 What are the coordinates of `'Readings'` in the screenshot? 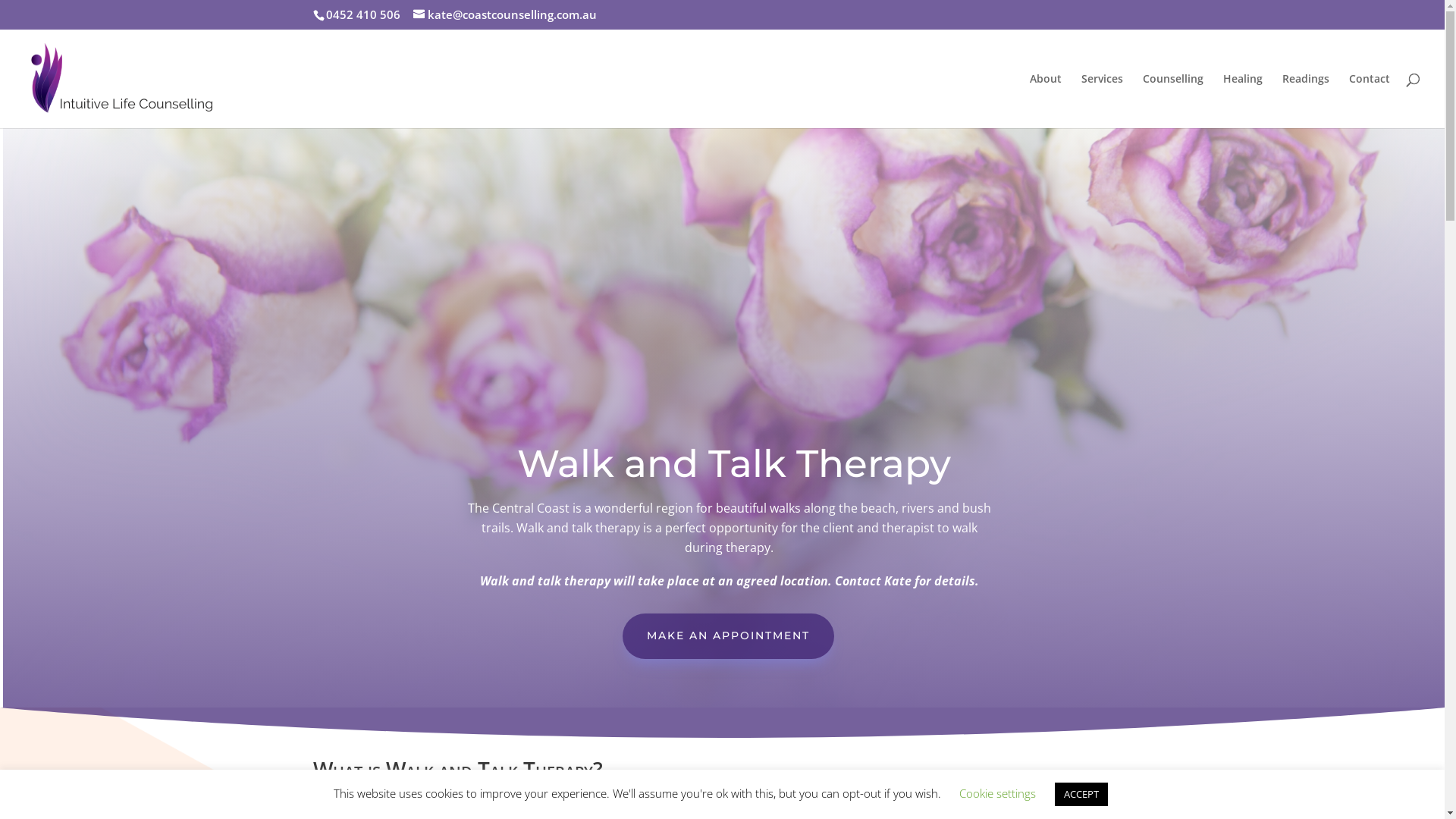 It's located at (1281, 99).